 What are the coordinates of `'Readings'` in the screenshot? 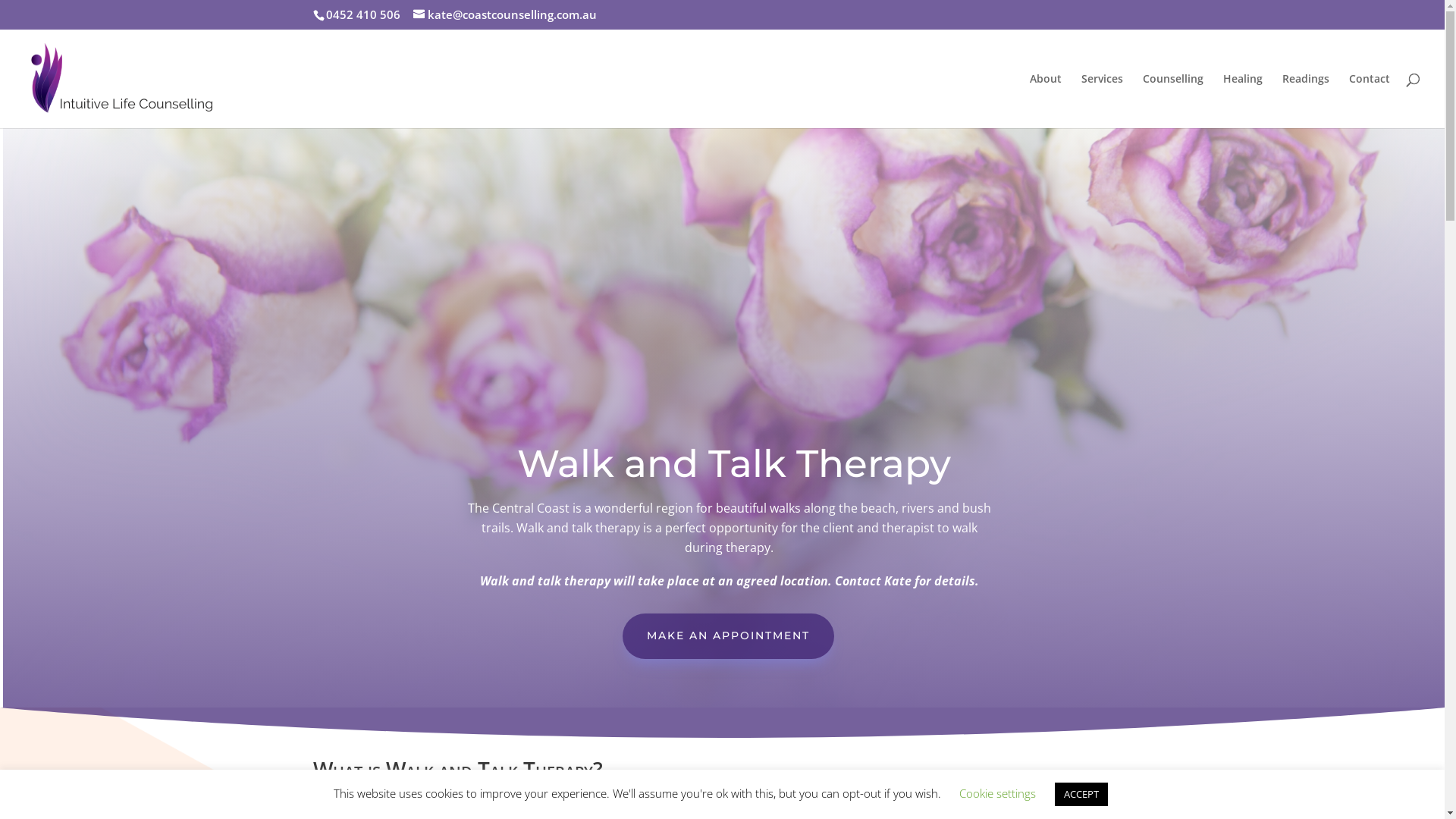 It's located at (1281, 99).